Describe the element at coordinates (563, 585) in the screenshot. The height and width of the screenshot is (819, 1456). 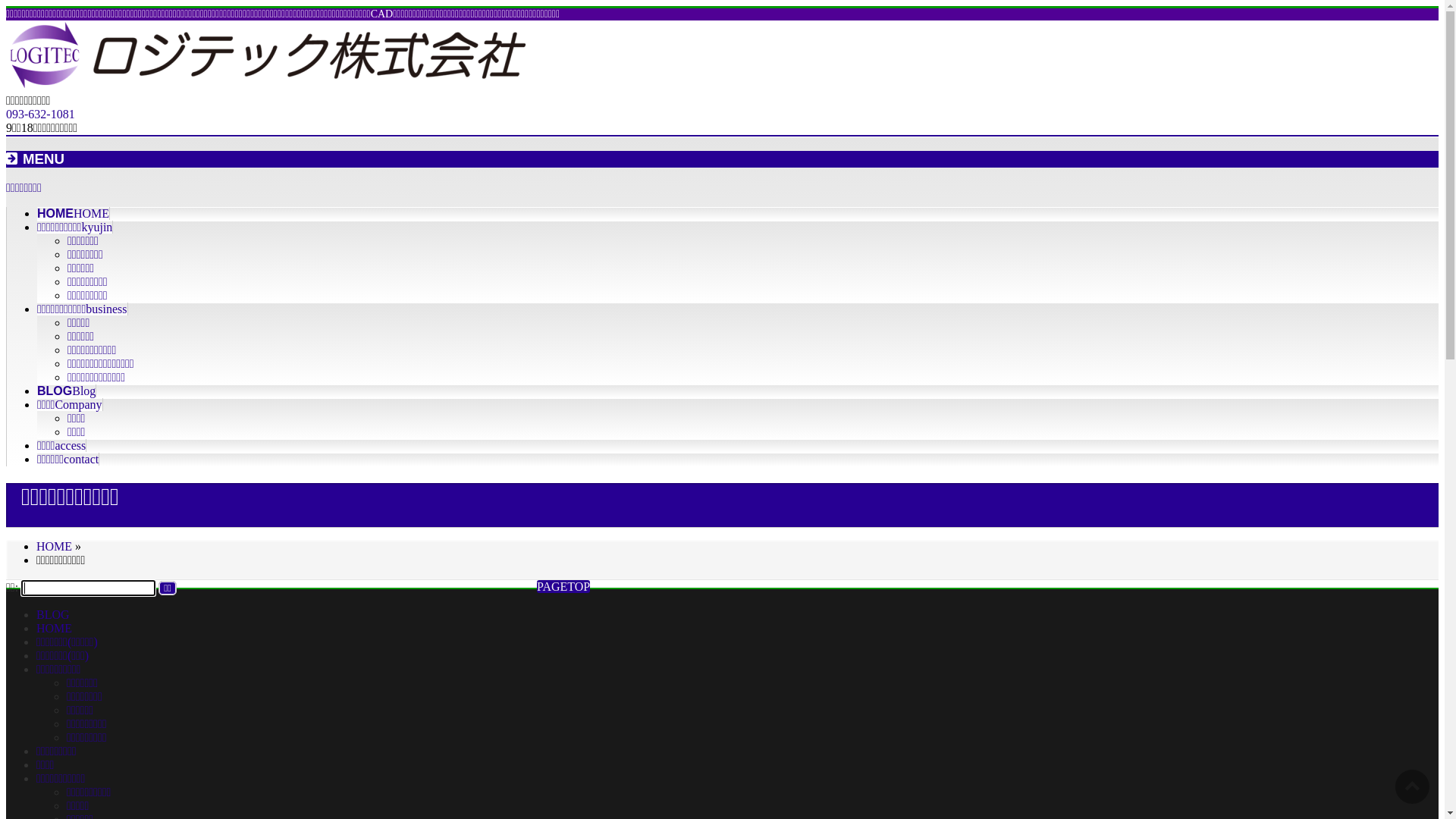
I see `'PAGETOP'` at that location.